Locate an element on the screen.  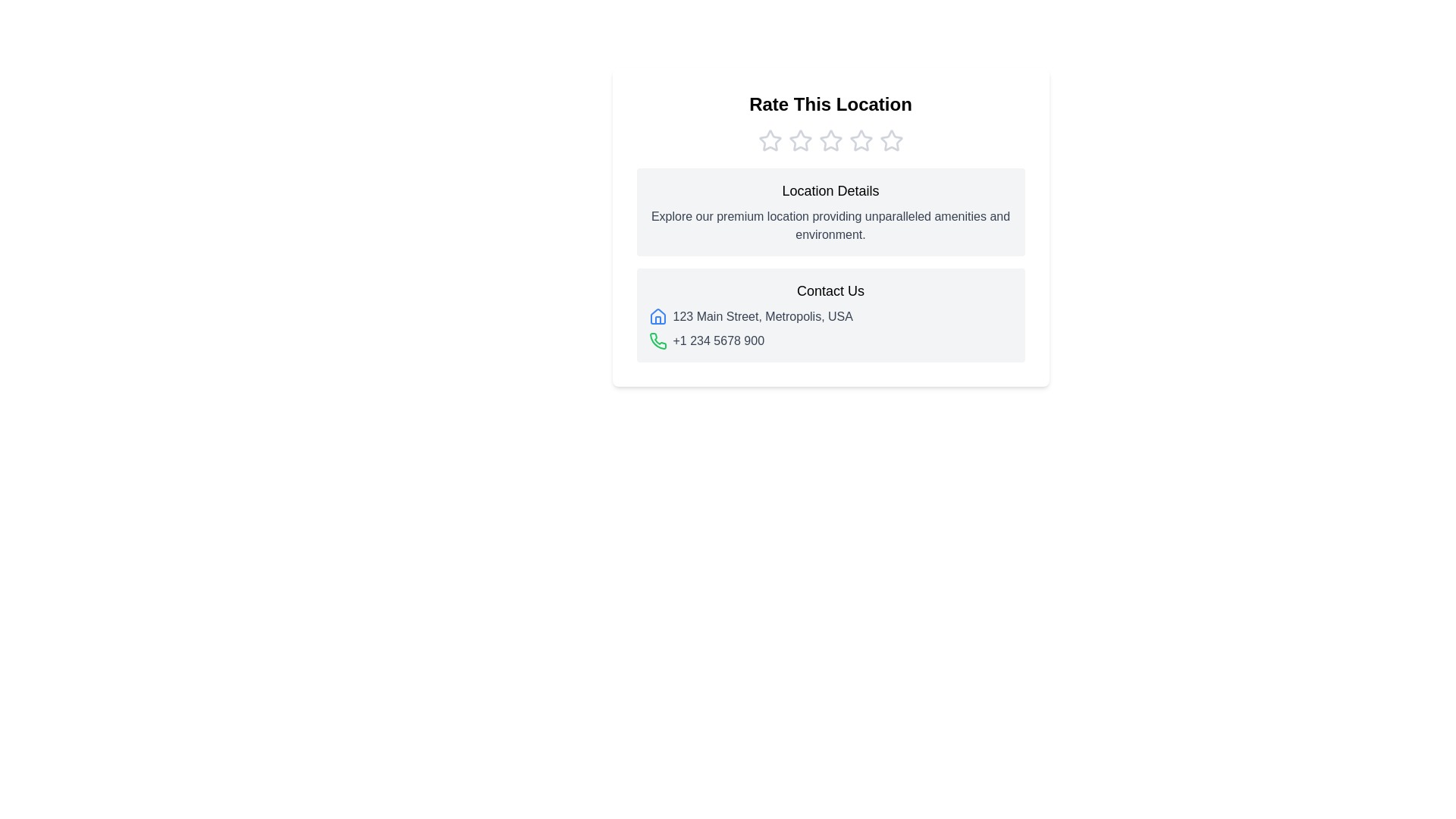
Text Label that serves as a heading for the contact information section, positioned near the center horizontally, above the address and phone number details is located at coordinates (830, 291).